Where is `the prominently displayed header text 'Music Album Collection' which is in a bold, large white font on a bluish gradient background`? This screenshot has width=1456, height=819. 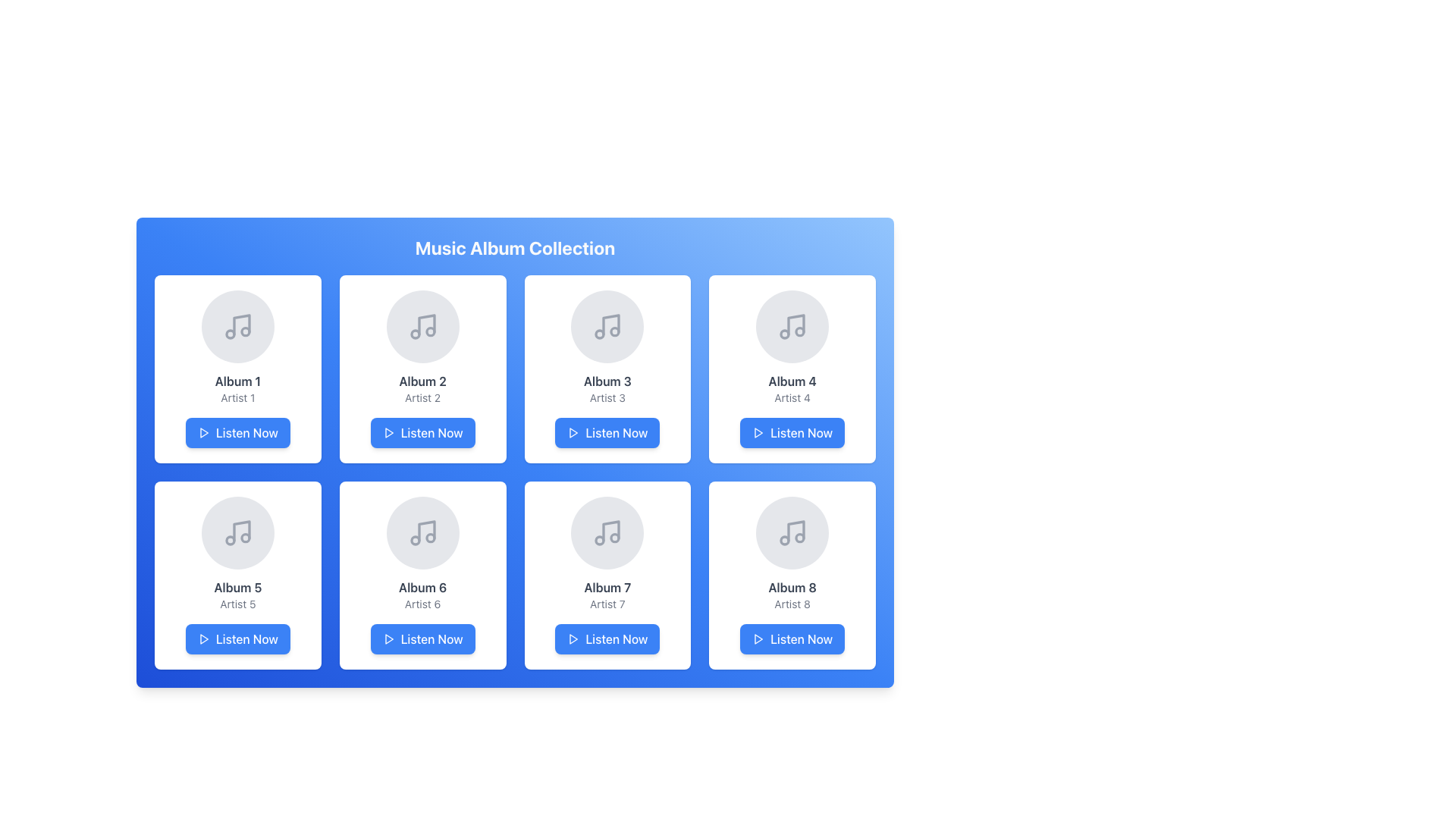 the prominently displayed header text 'Music Album Collection' which is in a bold, large white font on a bluish gradient background is located at coordinates (515, 247).